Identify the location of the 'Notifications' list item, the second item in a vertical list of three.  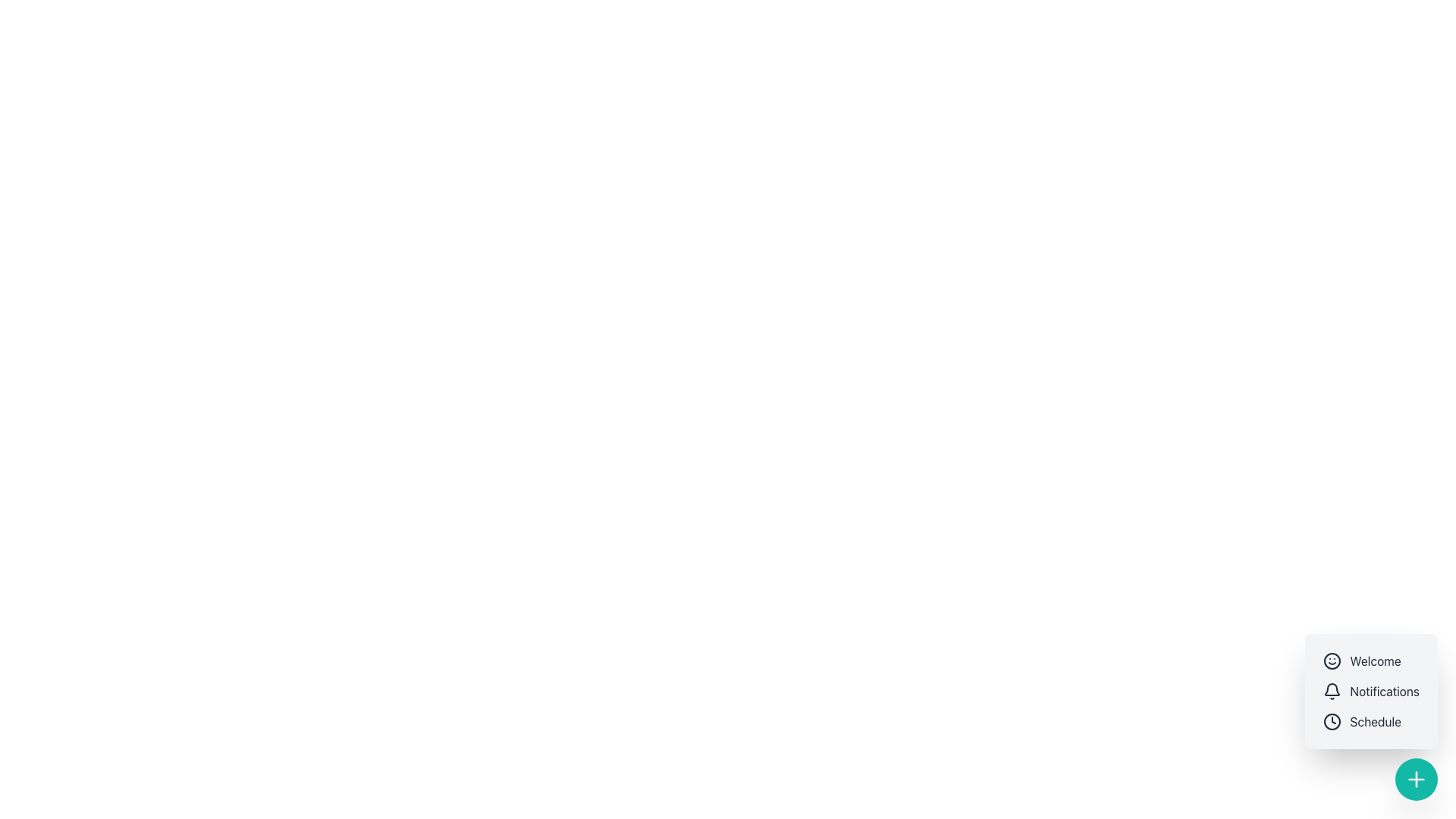
(1371, 691).